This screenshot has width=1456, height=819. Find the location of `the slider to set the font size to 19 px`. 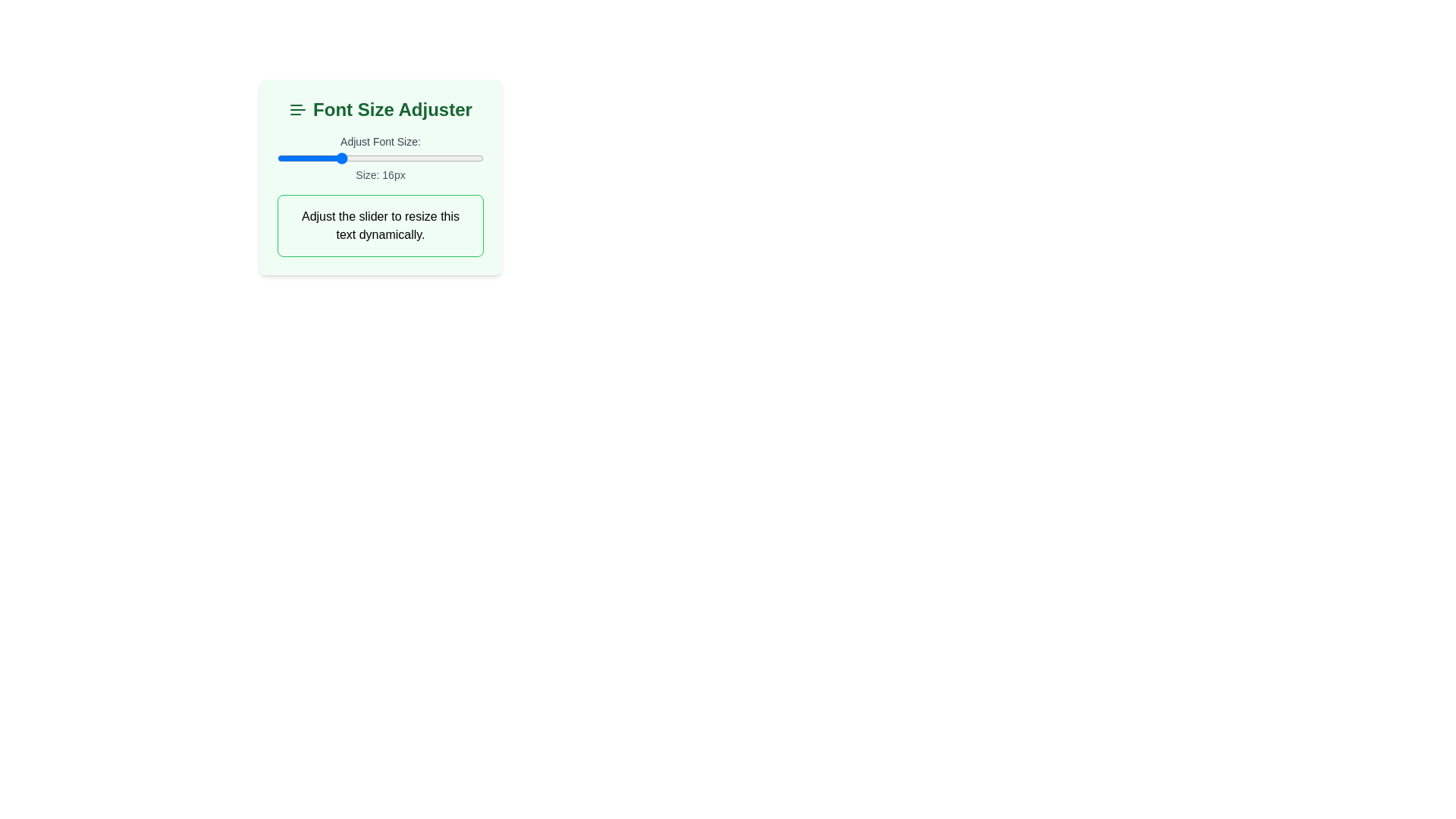

the slider to set the font size to 19 px is located at coordinates (370, 158).